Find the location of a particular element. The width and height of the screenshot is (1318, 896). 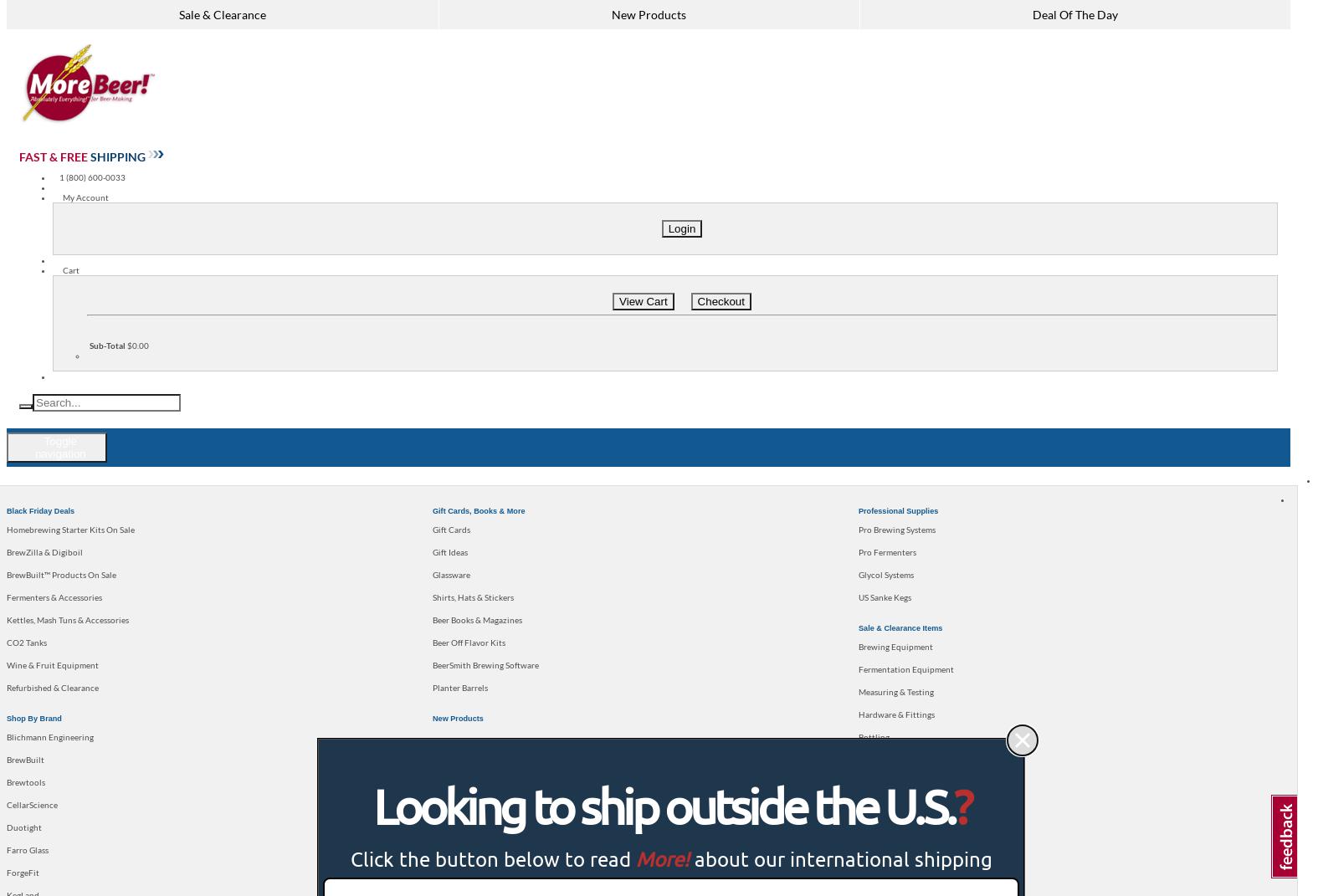

'Click the button below to read' is located at coordinates (492, 858).